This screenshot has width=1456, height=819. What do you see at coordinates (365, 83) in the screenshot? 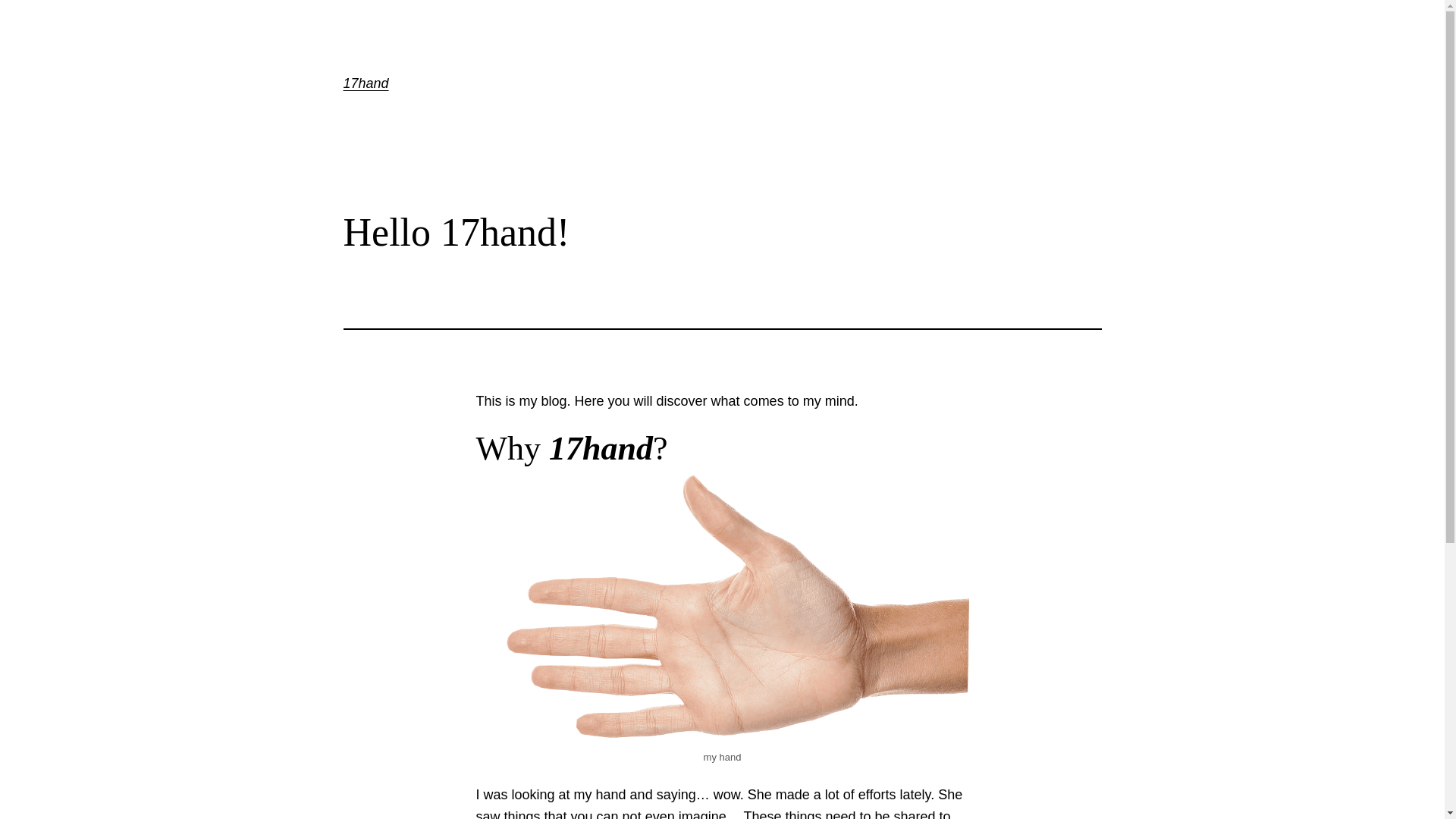
I see `'17hand'` at bounding box center [365, 83].